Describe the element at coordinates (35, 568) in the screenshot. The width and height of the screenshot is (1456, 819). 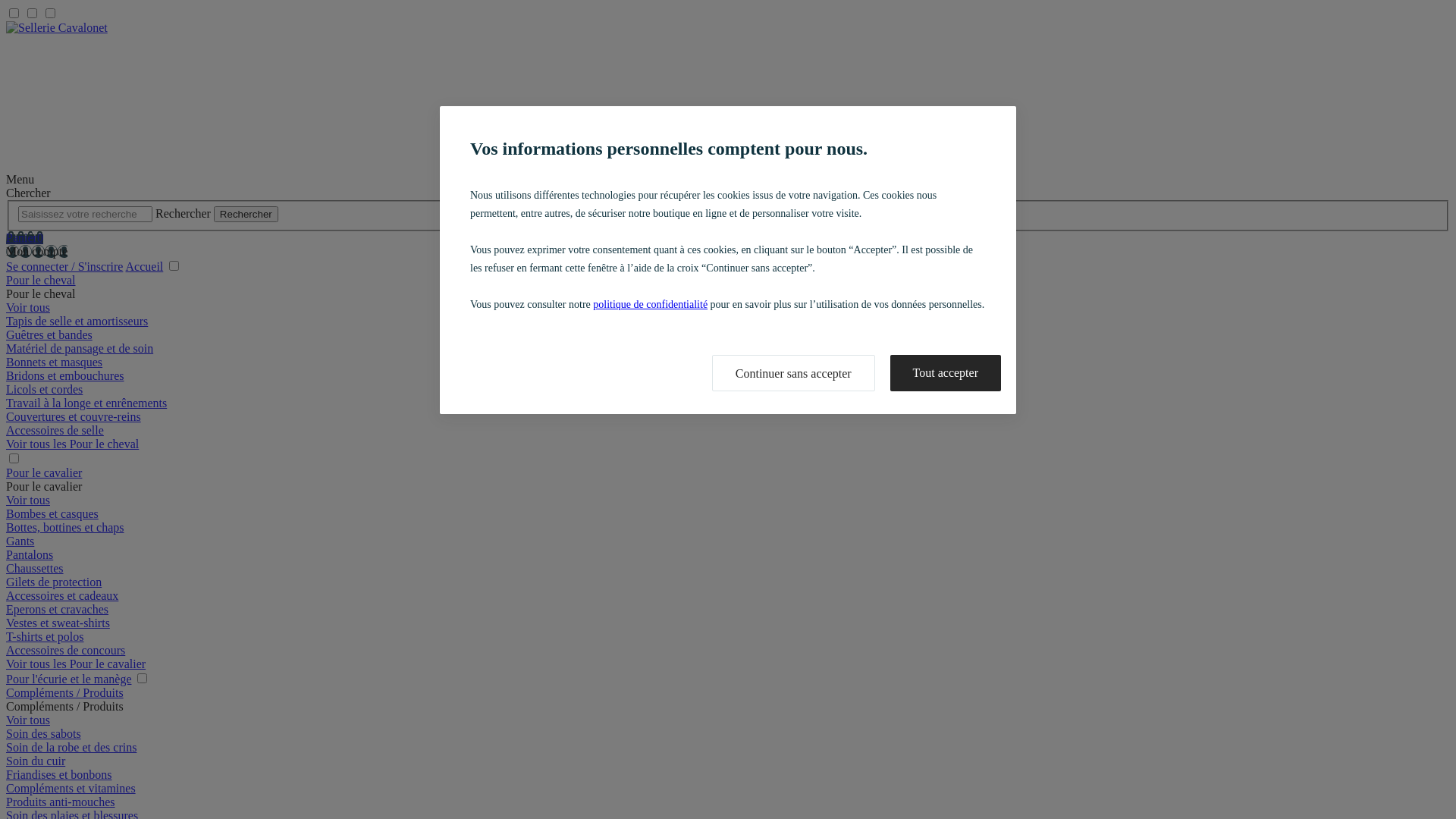
I see `'Chaussettes'` at that location.